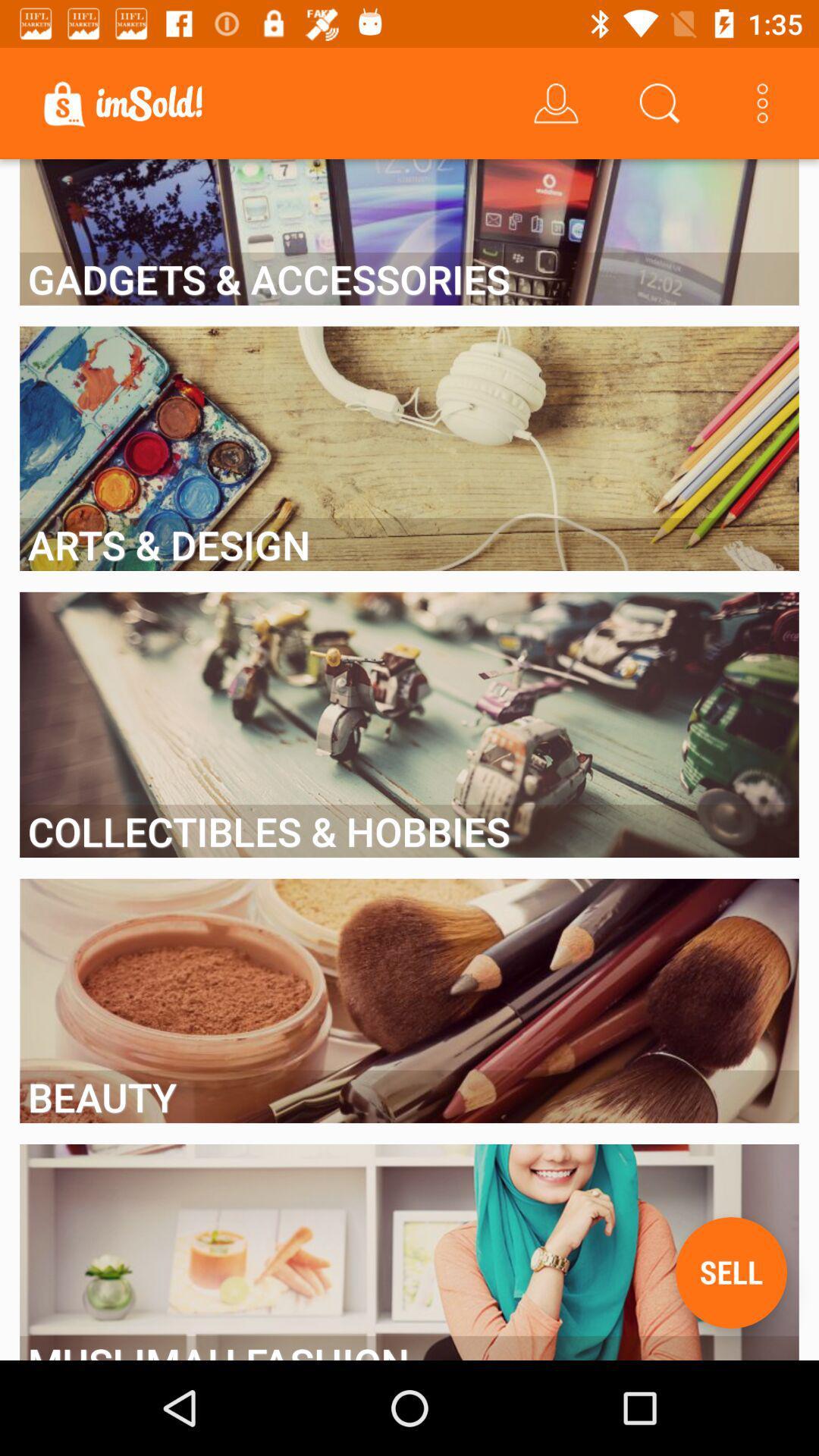 The height and width of the screenshot is (1456, 819). What do you see at coordinates (730, 1272) in the screenshot?
I see `item at the bottom right corner` at bounding box center [730, 1272].